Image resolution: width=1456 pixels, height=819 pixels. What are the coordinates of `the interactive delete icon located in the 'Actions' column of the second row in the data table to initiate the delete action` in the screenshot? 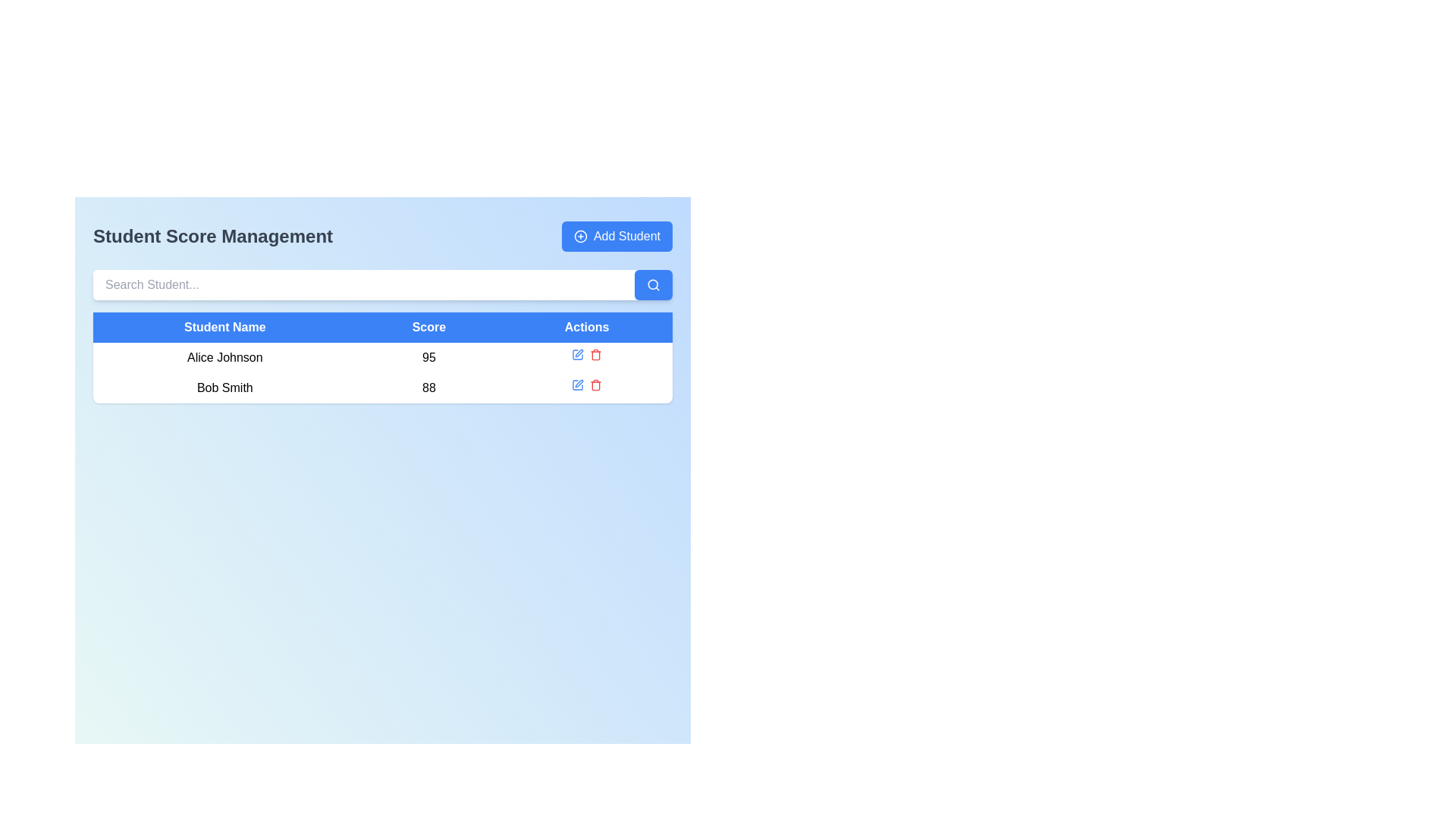 It's located at (595, 384).